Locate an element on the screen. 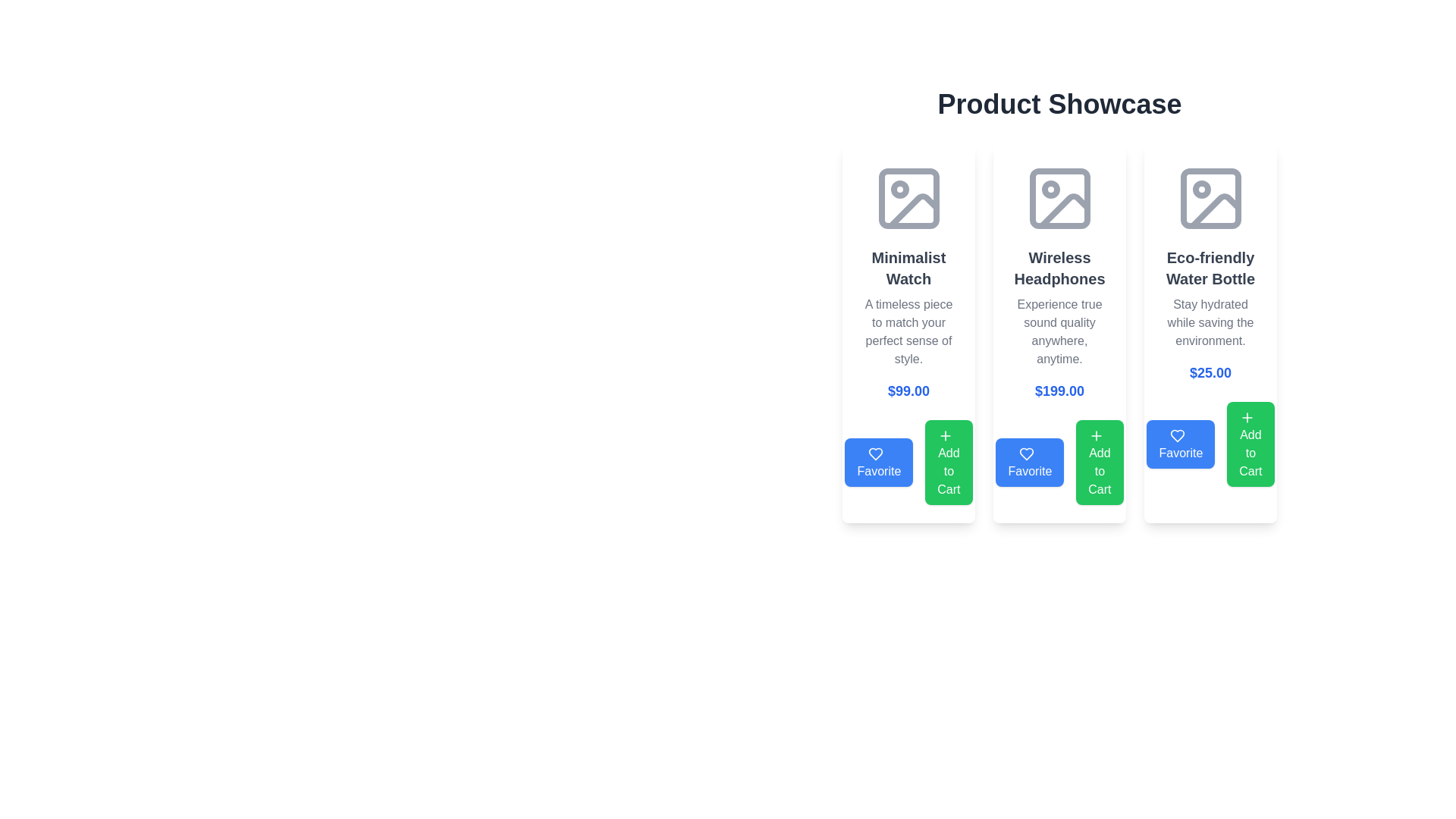 The image size is (1456, 819). the image placeholder icon that resembles a mountain with a sun, located at the top of the 'Minimalist Watch' card is located at coordinates (908, 198).